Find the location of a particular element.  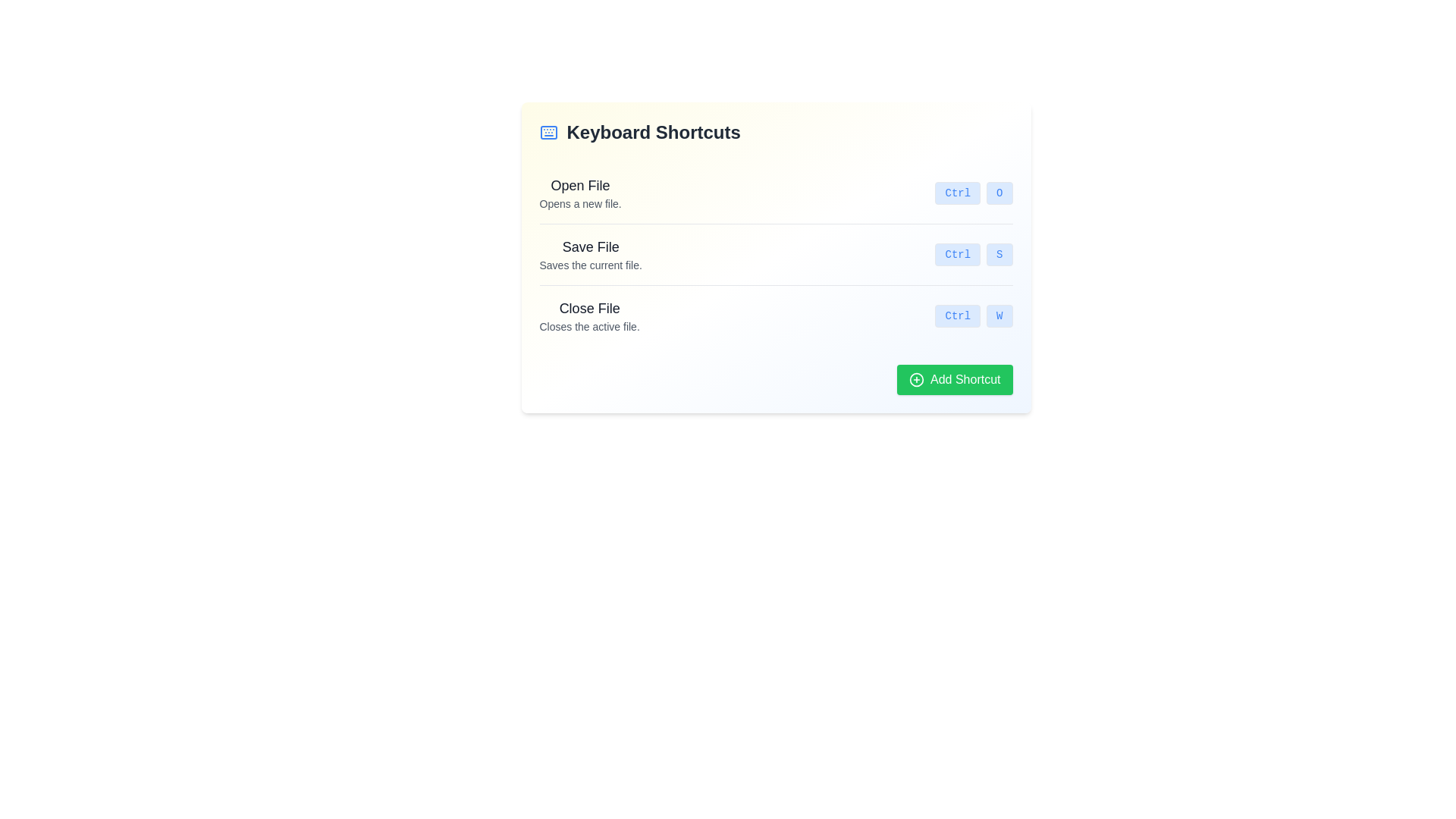

the descriptive text label that explains the function of saving the current file, positioned below the 'Save File' text and aligned within the same visual box is located at coordinates (590, 265).